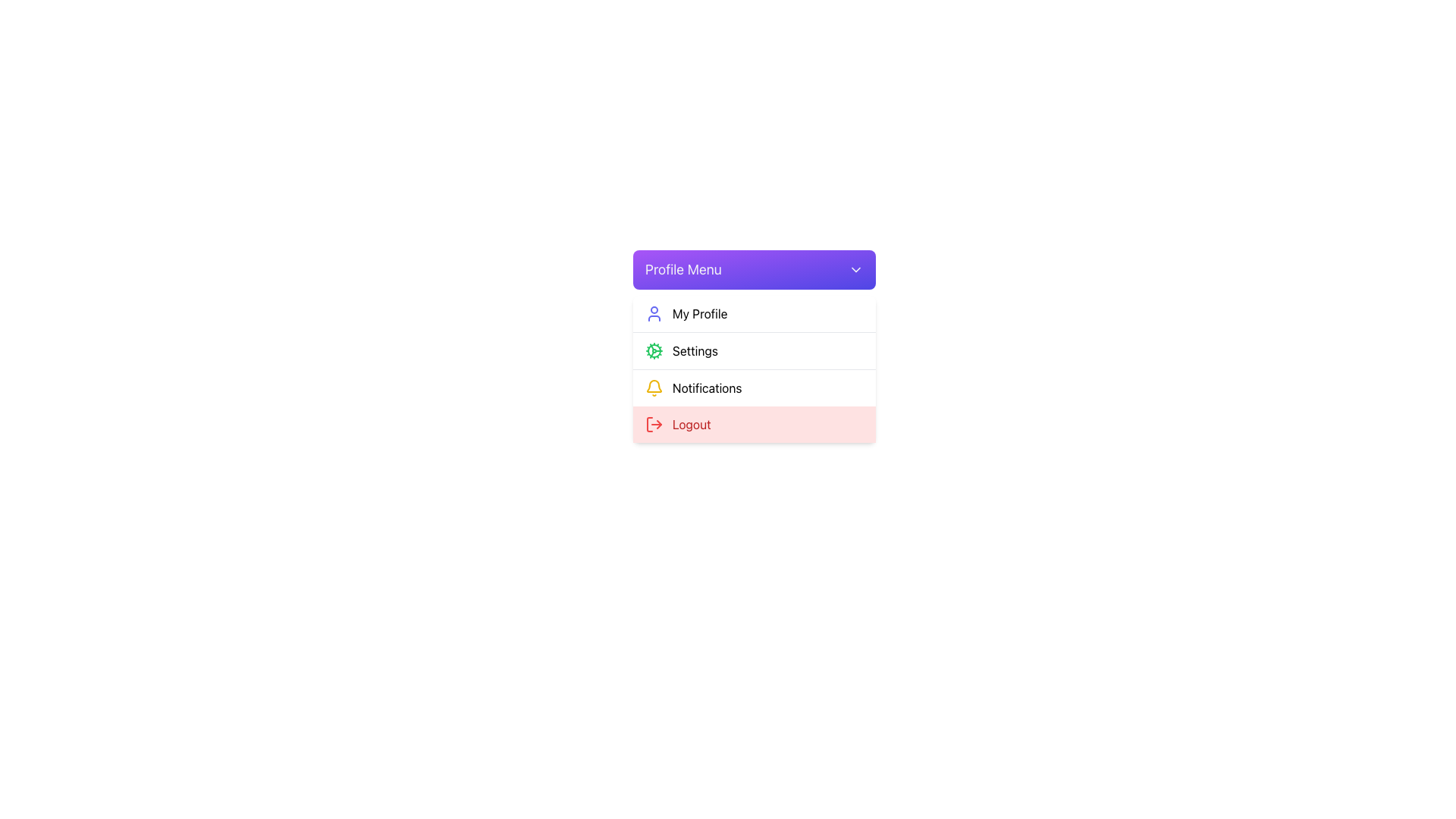 The image size is (1456, 819). I want to click on or read the text label that reads 'Logout', which is prominently displayed in bold red color on the far right side of the vertical dropdown menu under the 'Profile Menu', so click(691, 424).